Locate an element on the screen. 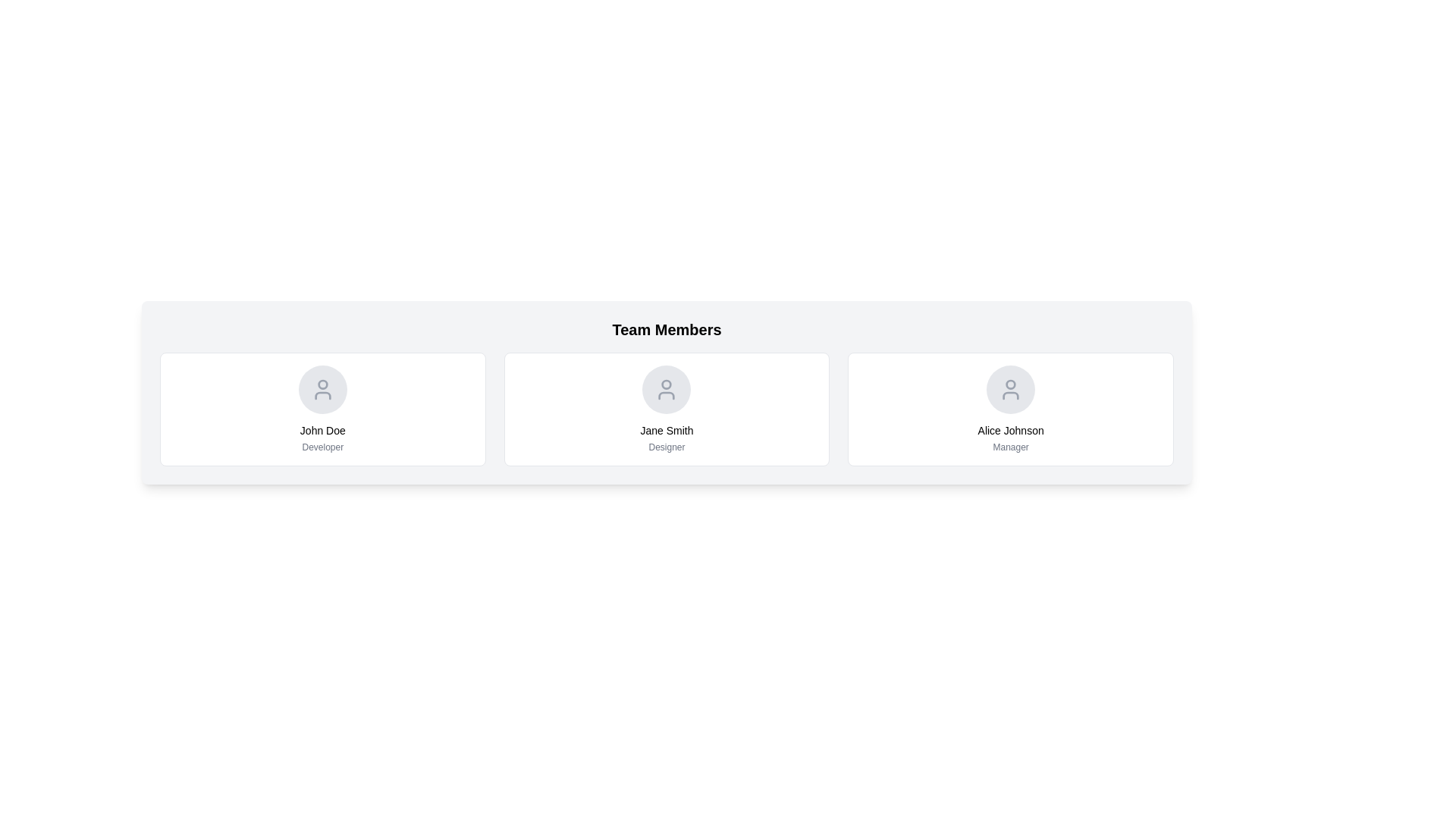 The image size is (1456, 819). the user profile icon representing Alice Johnson, which is located within the circular background of the third team member card is located at coordinates (1011, 388).